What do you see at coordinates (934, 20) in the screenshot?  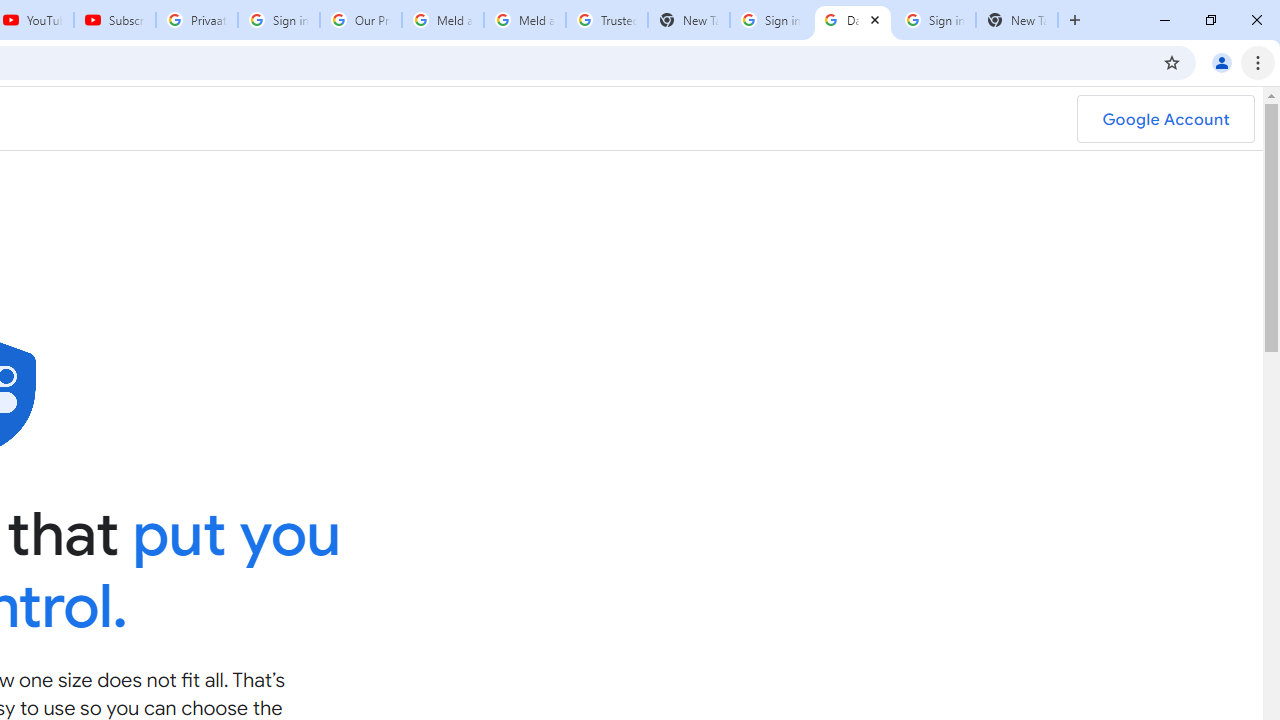 I see `'Sign in - Google Accounts'` at bounding box center [934, 20].